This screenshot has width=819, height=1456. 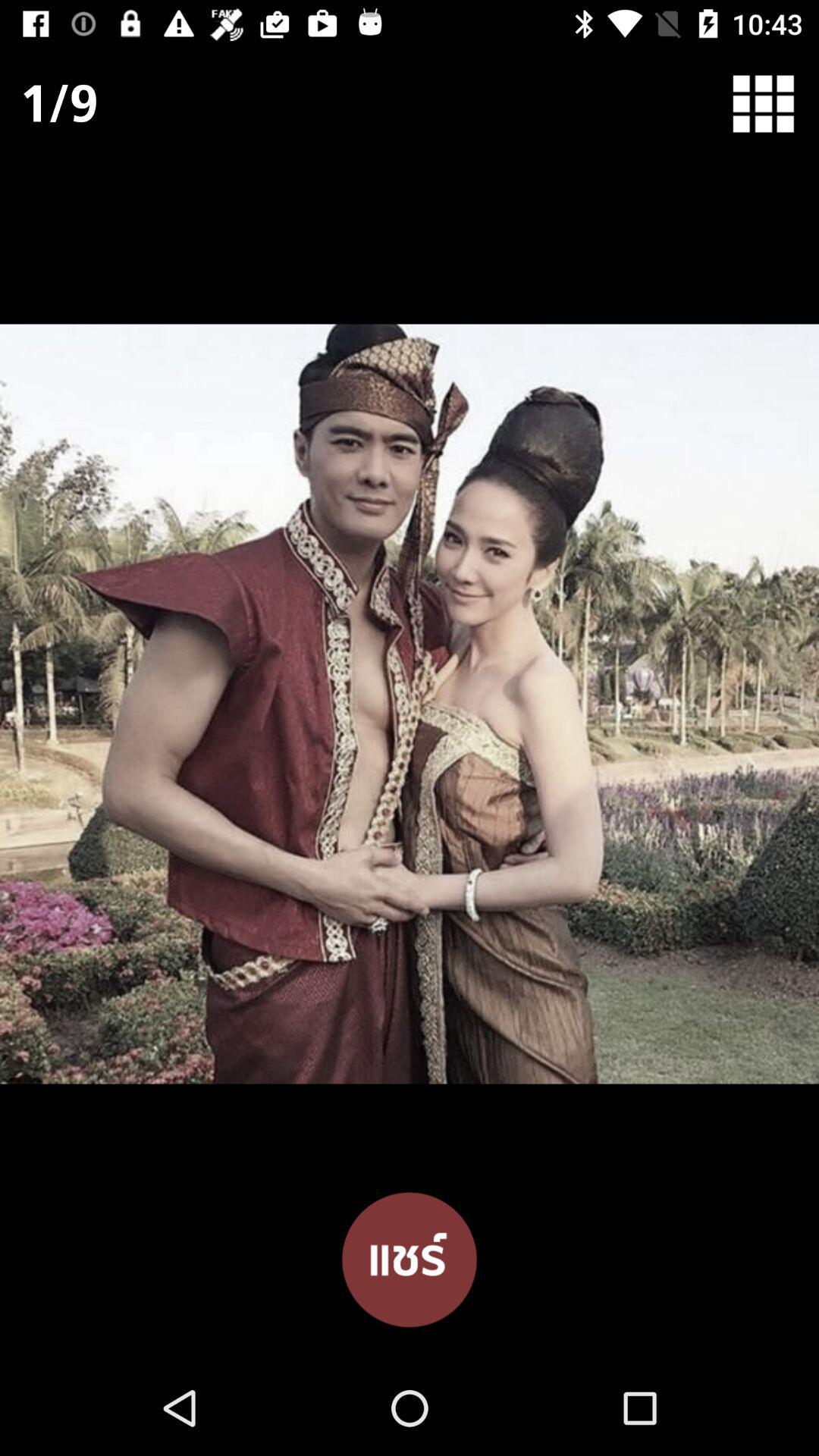 I want to click on menu, so click(x=773, y=102).